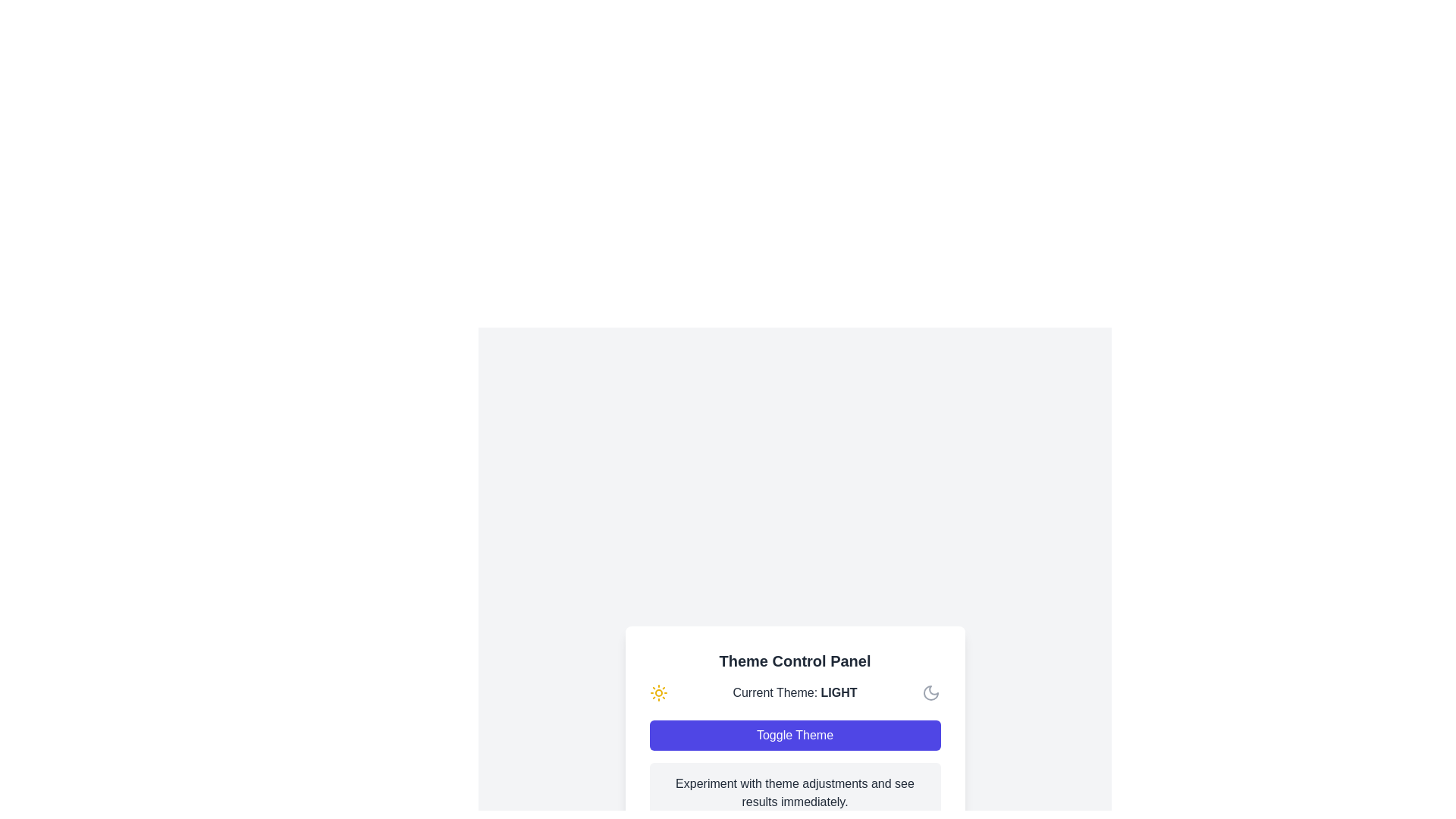  What do you see at coordinates (930, 693) in the screenshot?
I see `the moon icon representing the dark theme toggle, located to the right of the 'Current Theme: LIGHT' text and the sun icon` at bounding box center [930, 693].